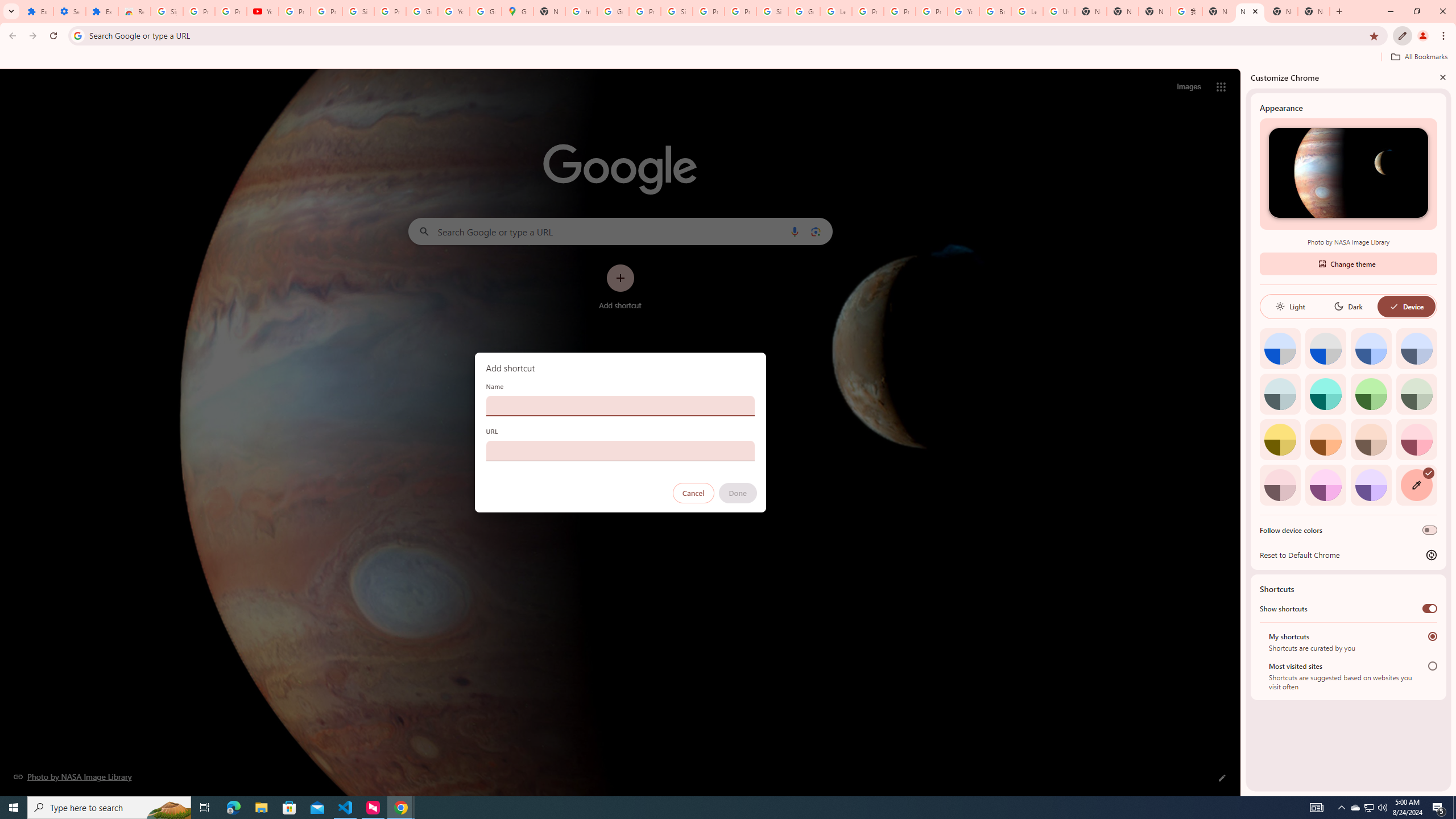 This screenshot has width=1456, height=819. I want to click on 'Custom color', so click(1416, 484).